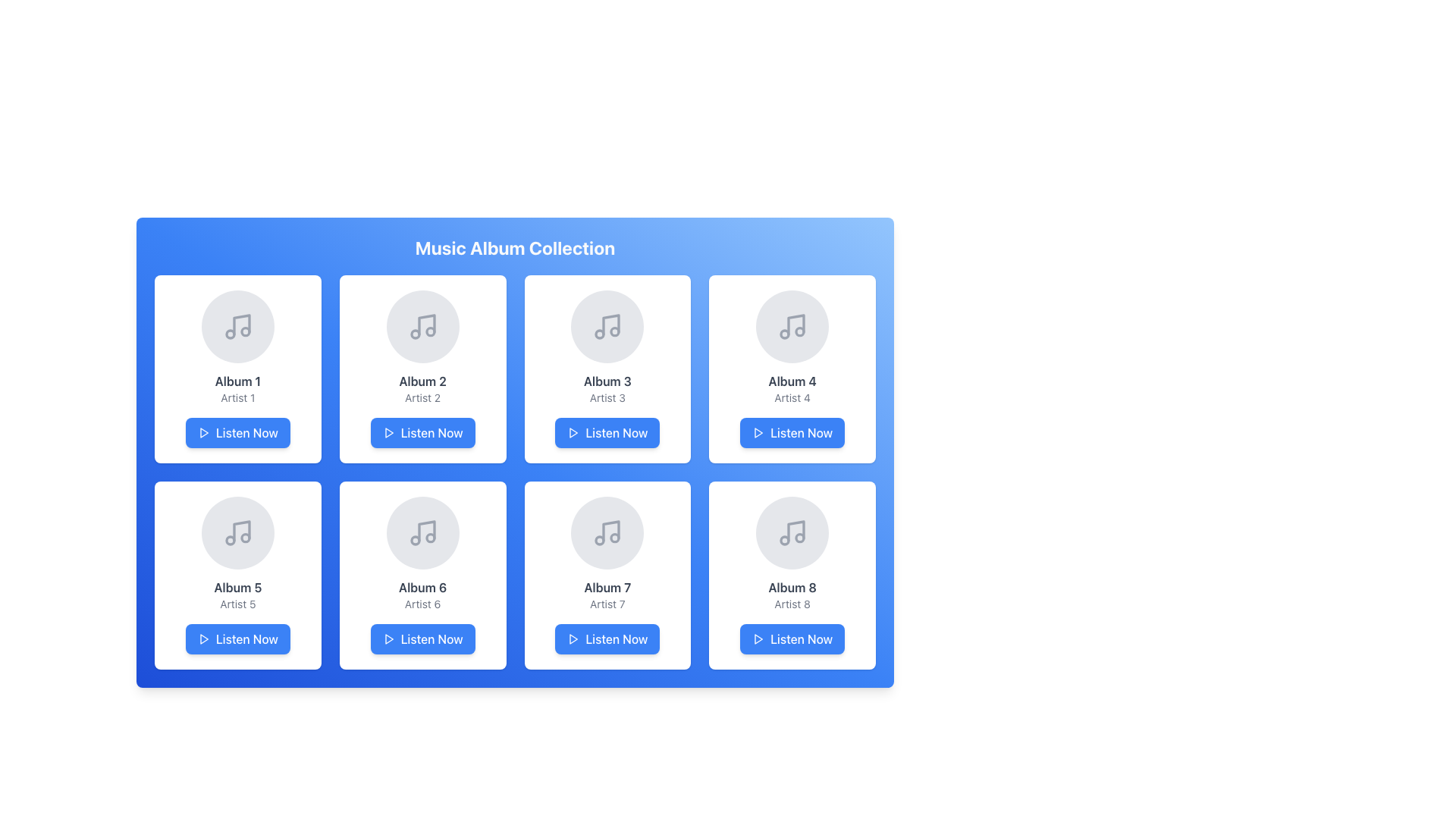 The height and width of the screenshot is (819, 1456). What do you see at coordinates (422, 532) in the screenshot?
I see `the circular button with a musical note icon located in the center of the album card for 'Album 6' by 'Artist 6'` at bounding box center [422, 532].